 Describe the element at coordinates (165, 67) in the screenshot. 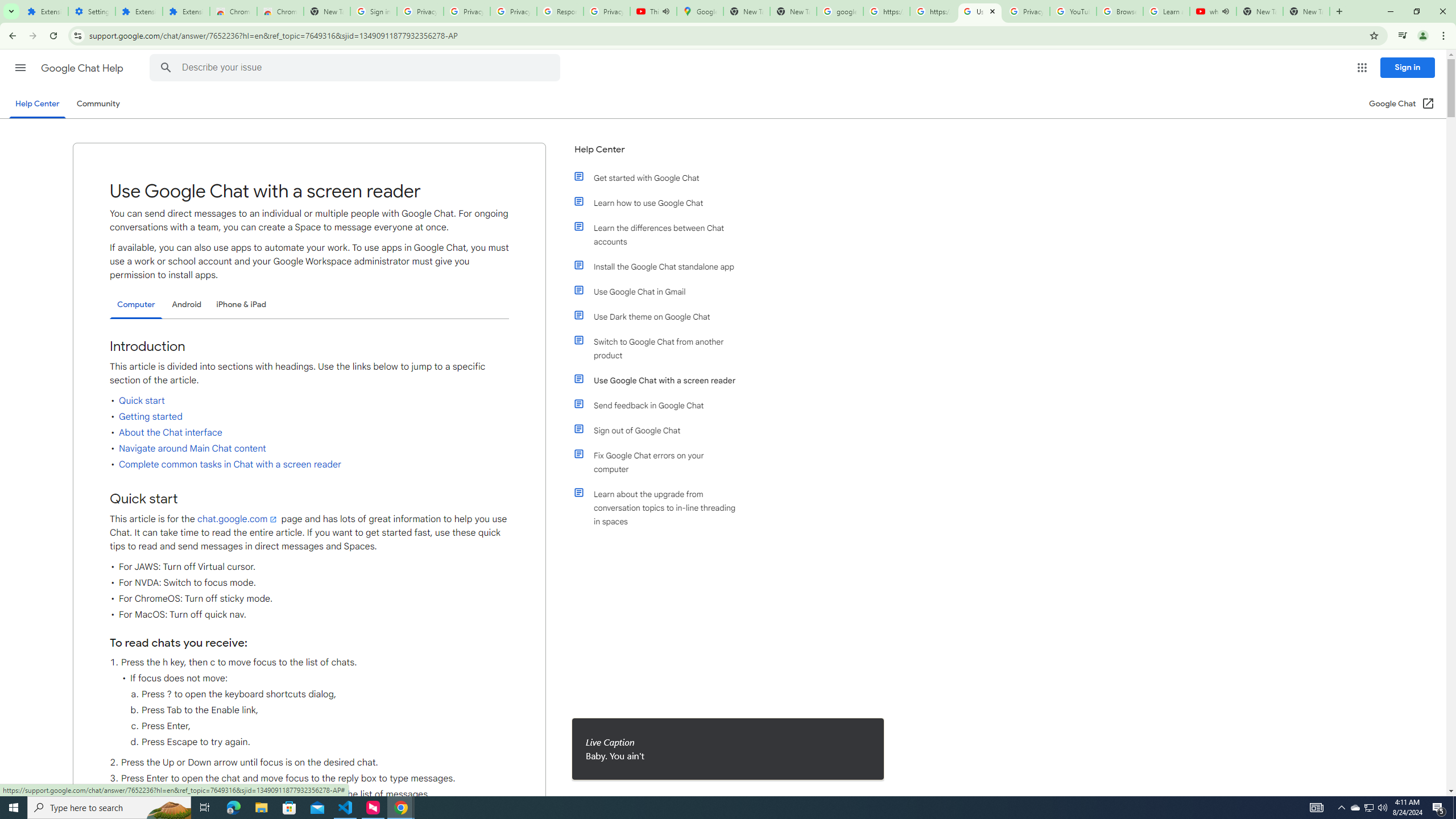

I see `'Search Help Center'` at that location.